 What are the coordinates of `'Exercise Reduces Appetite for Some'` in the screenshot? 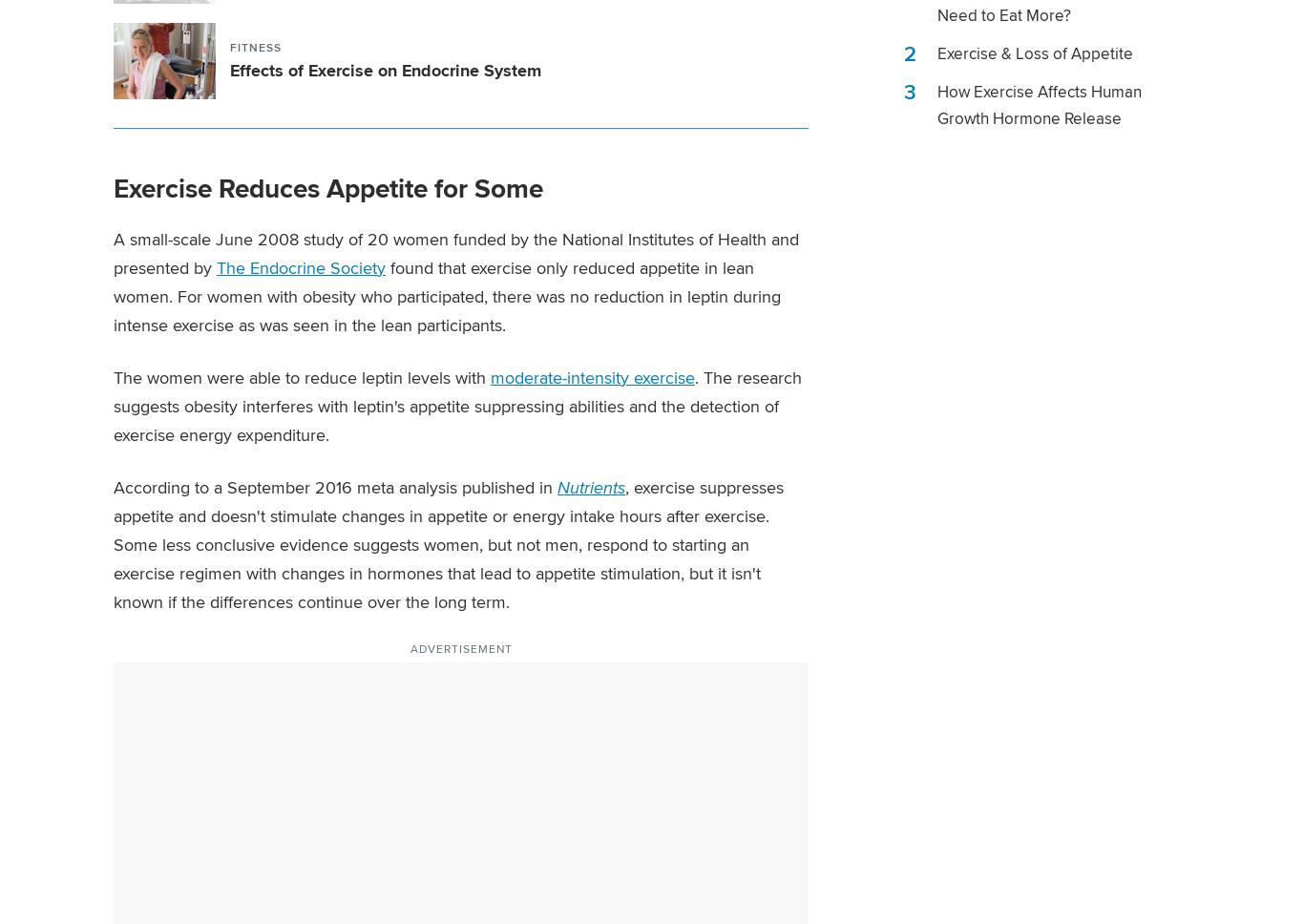 It's located at (326, 187).